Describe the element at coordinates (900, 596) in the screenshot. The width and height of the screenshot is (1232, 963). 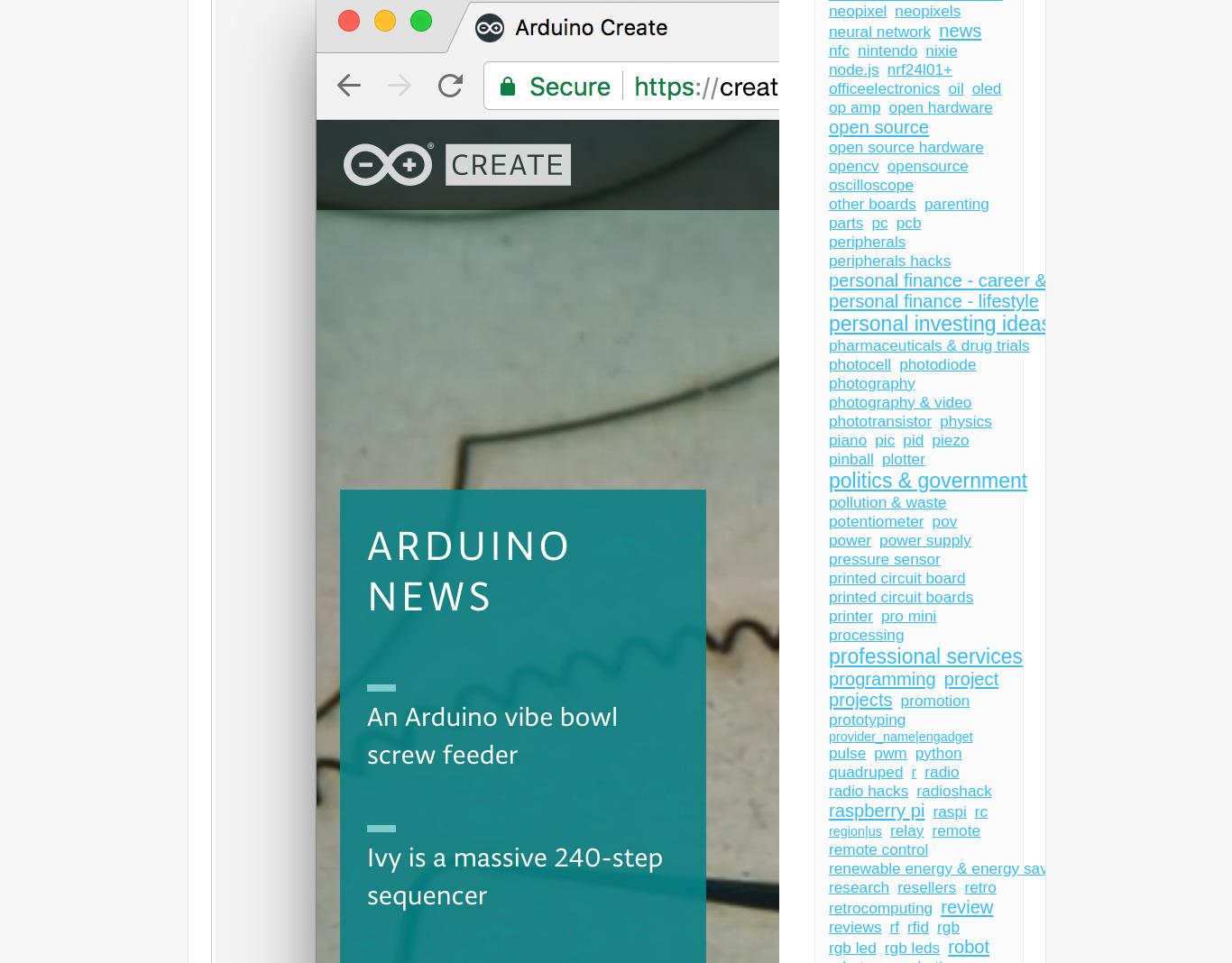
I see `'printed circuit boards'` at that location.